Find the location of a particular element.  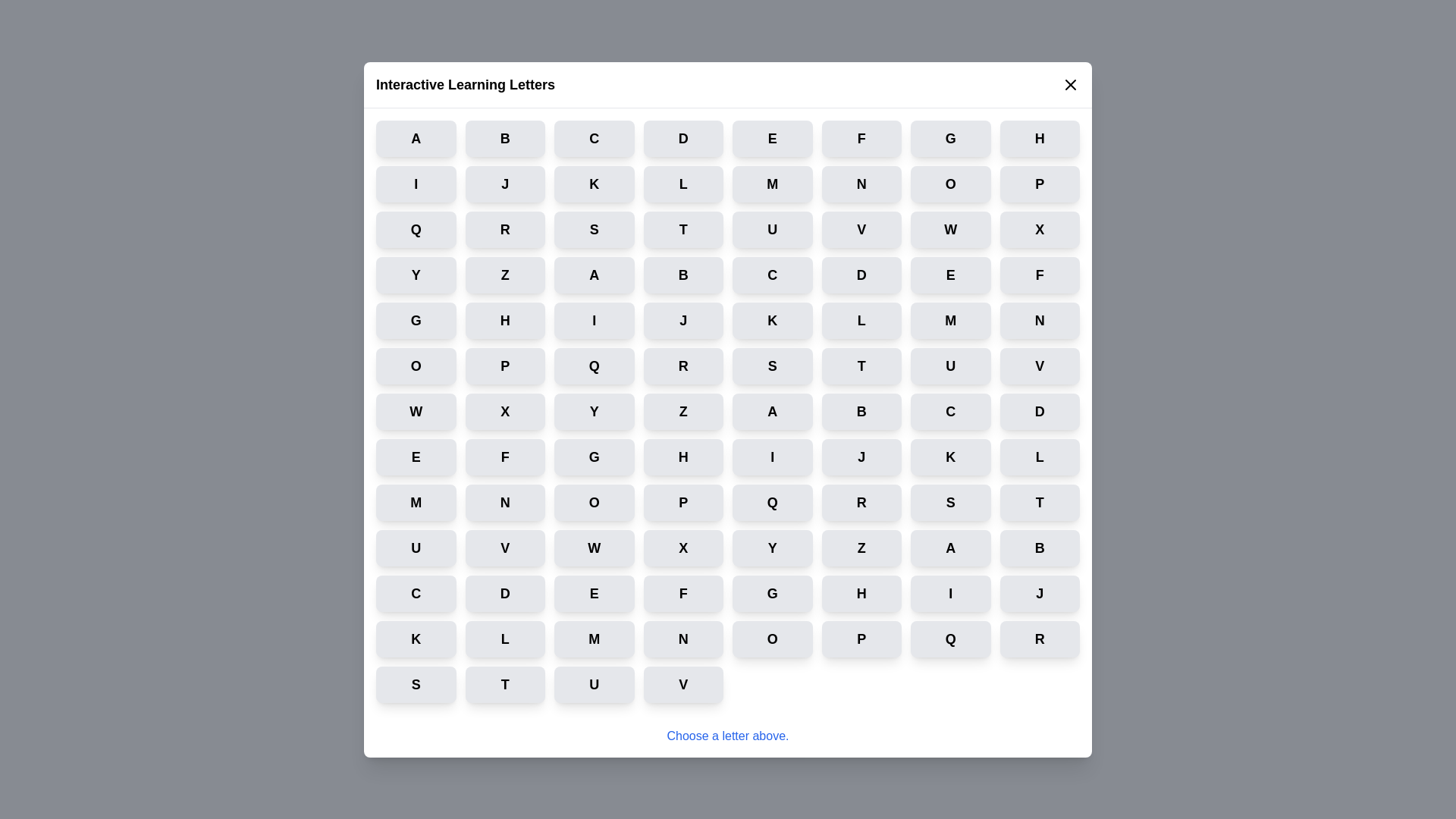

the button labeled C to select it is located at coordinates (593, 138).